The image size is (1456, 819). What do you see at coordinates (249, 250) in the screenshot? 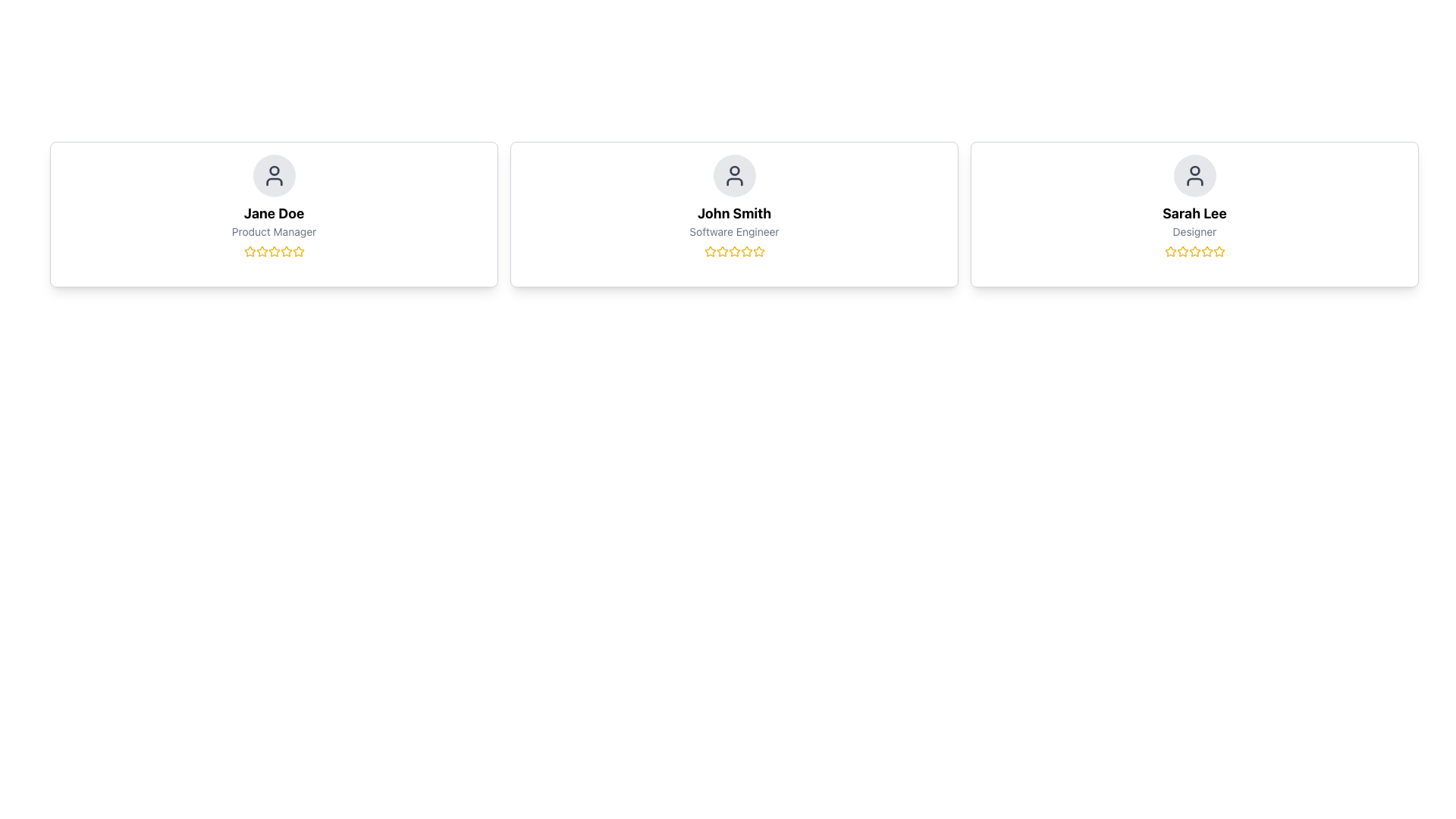
I see `the first star icon in the rating system located below the title 'Jane Doe' and 'Product Manager' in the leftmost card of the three cards` at bounding box center [249, 250].